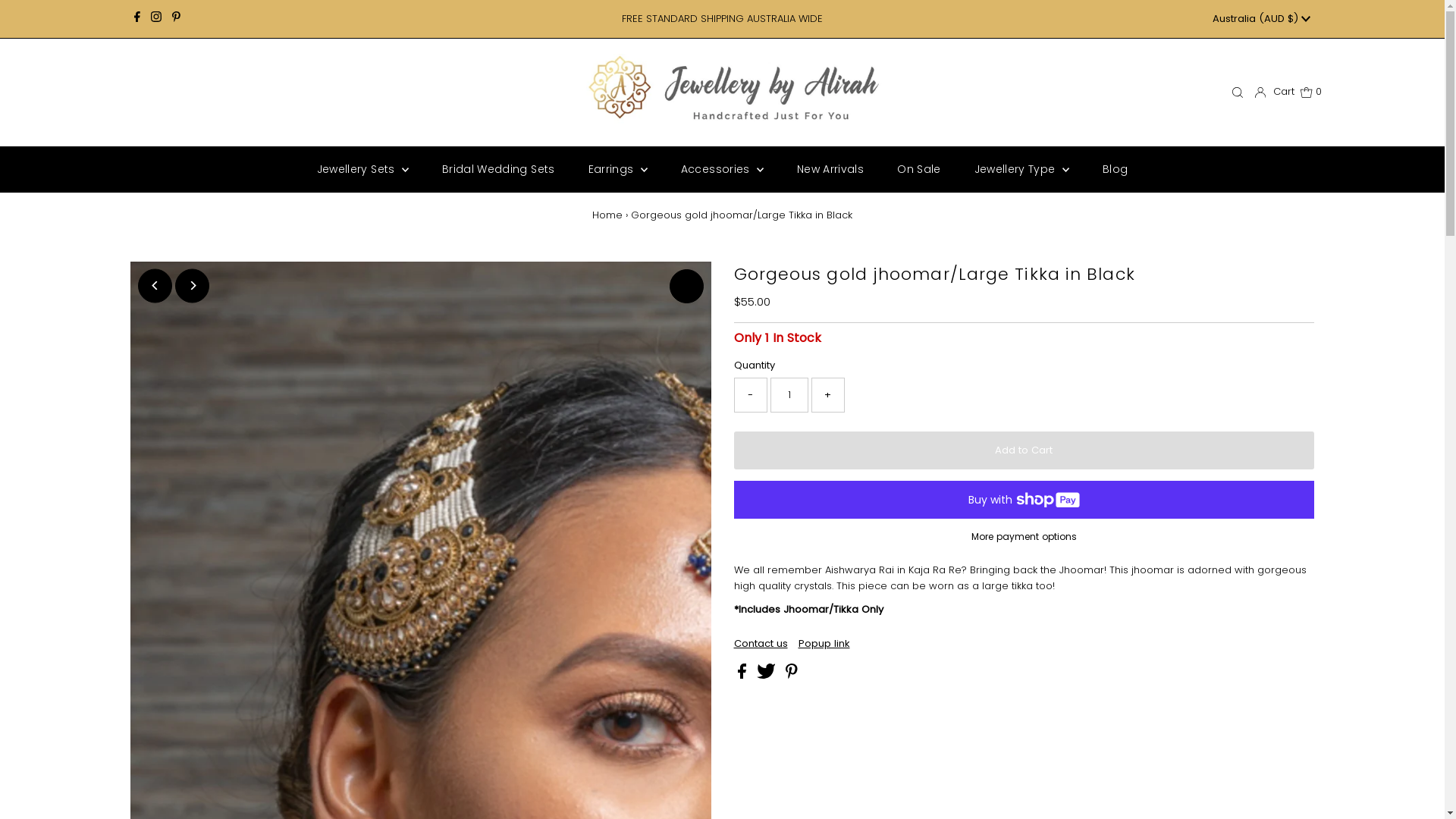  Describe the element at coordinates (734, 394) in the screenshot. I see `'-'` at that location.